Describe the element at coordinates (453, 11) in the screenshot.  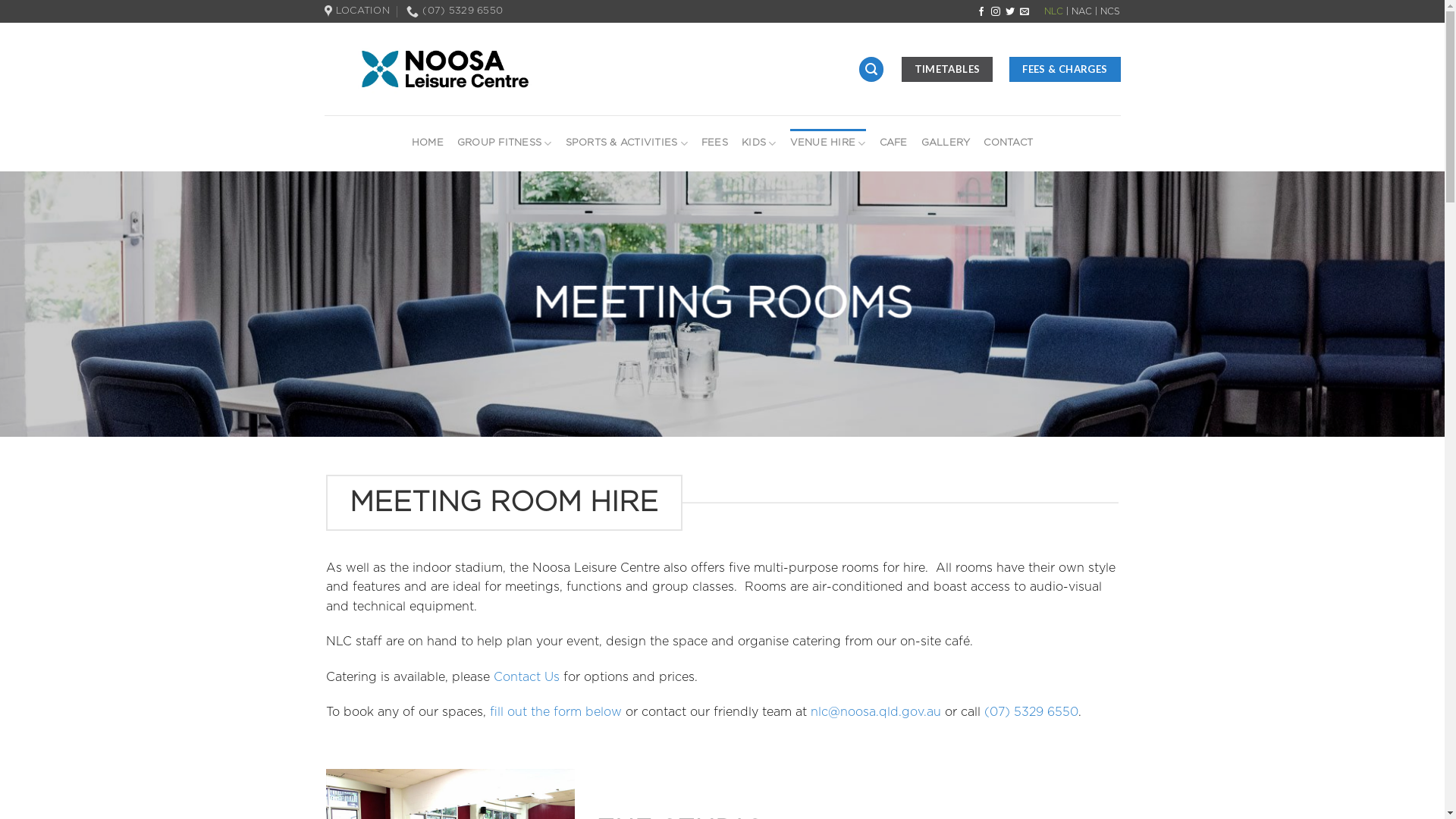
I see `'(07) 5329 6550'` at that location.